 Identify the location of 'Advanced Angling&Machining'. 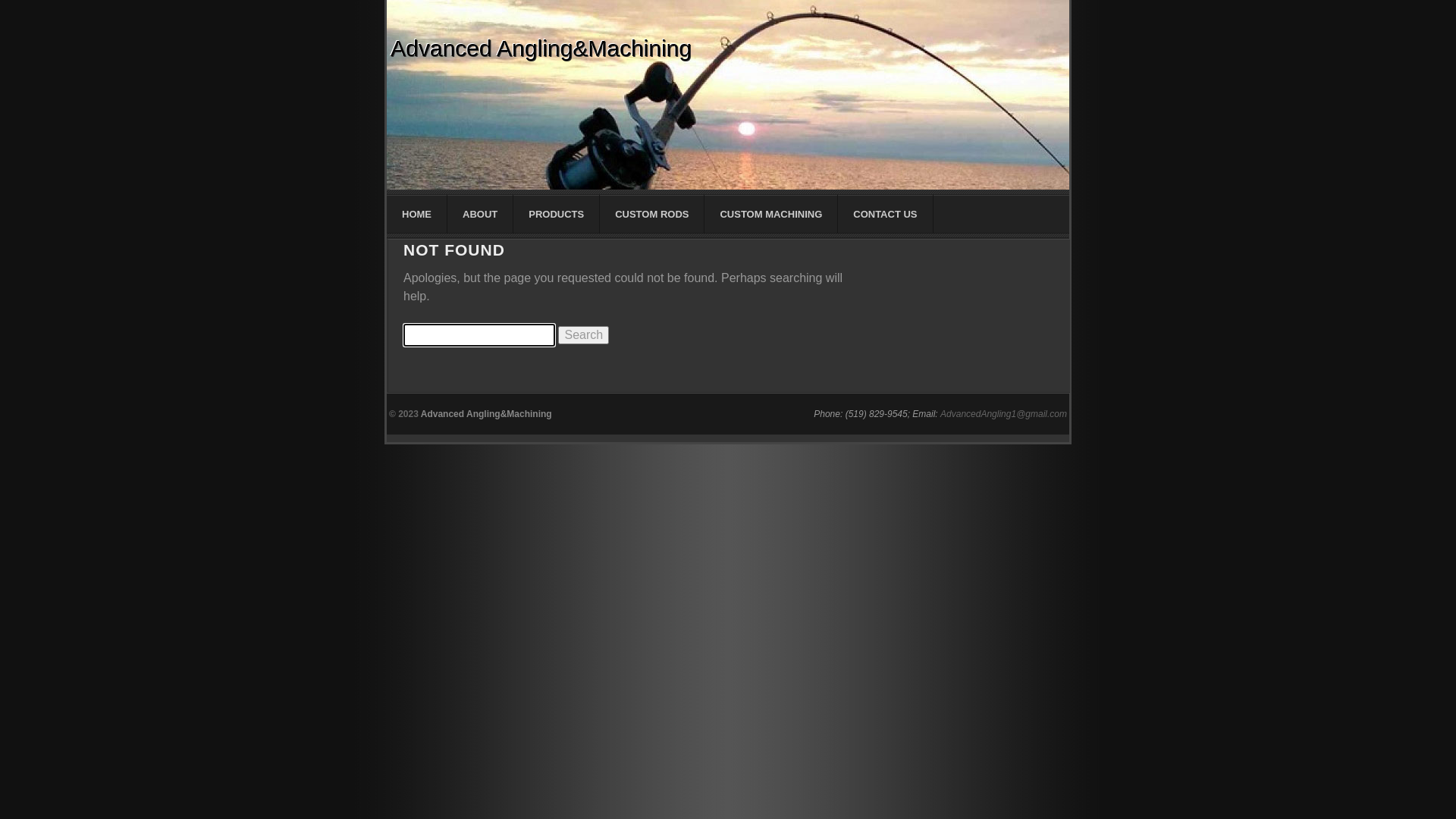
(541, 48).